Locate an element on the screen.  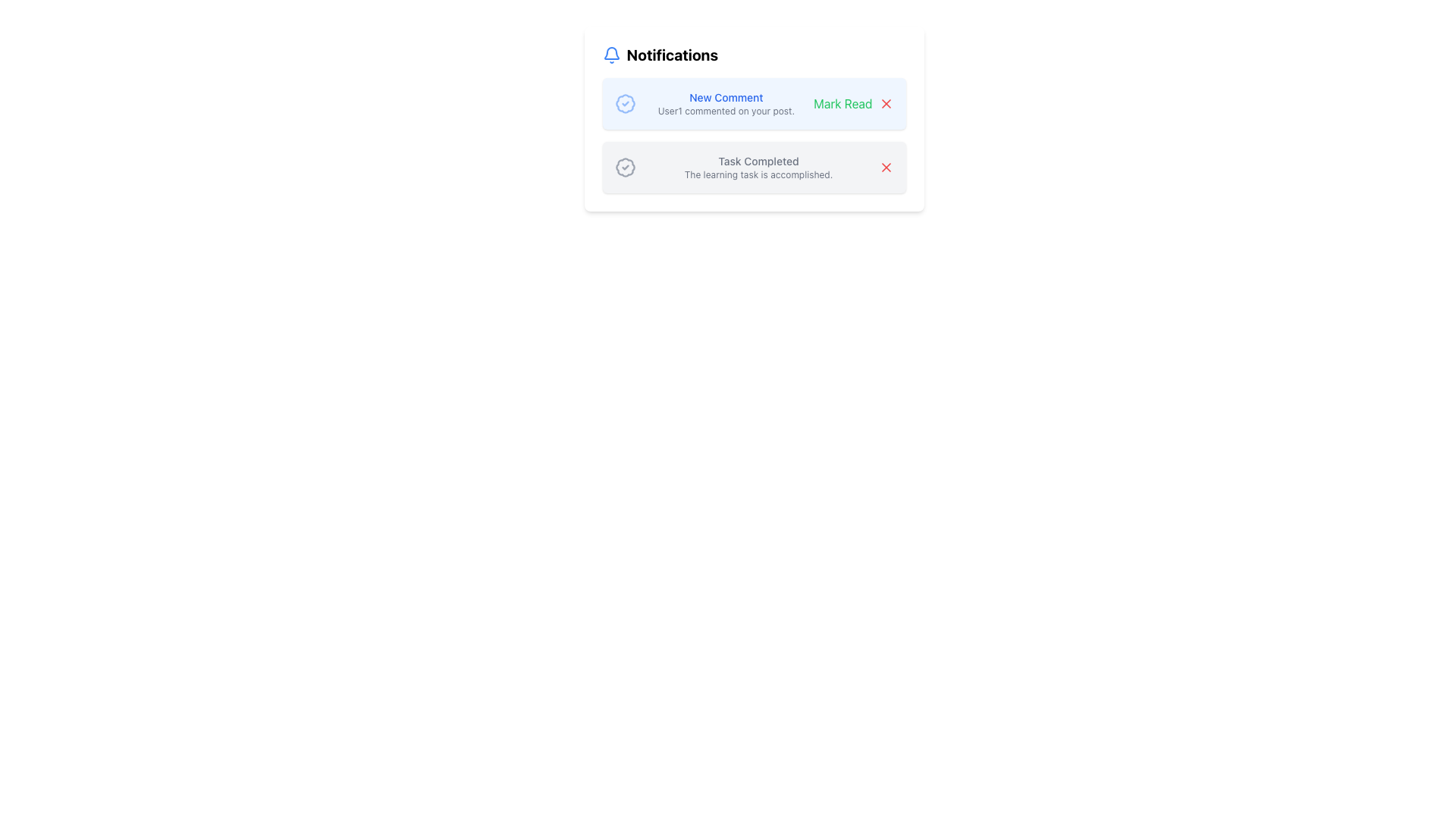
notification content displayed in the text block summarizing the notification type and context, which indicates a new comment from User1 is located at coordinates (725, 103).